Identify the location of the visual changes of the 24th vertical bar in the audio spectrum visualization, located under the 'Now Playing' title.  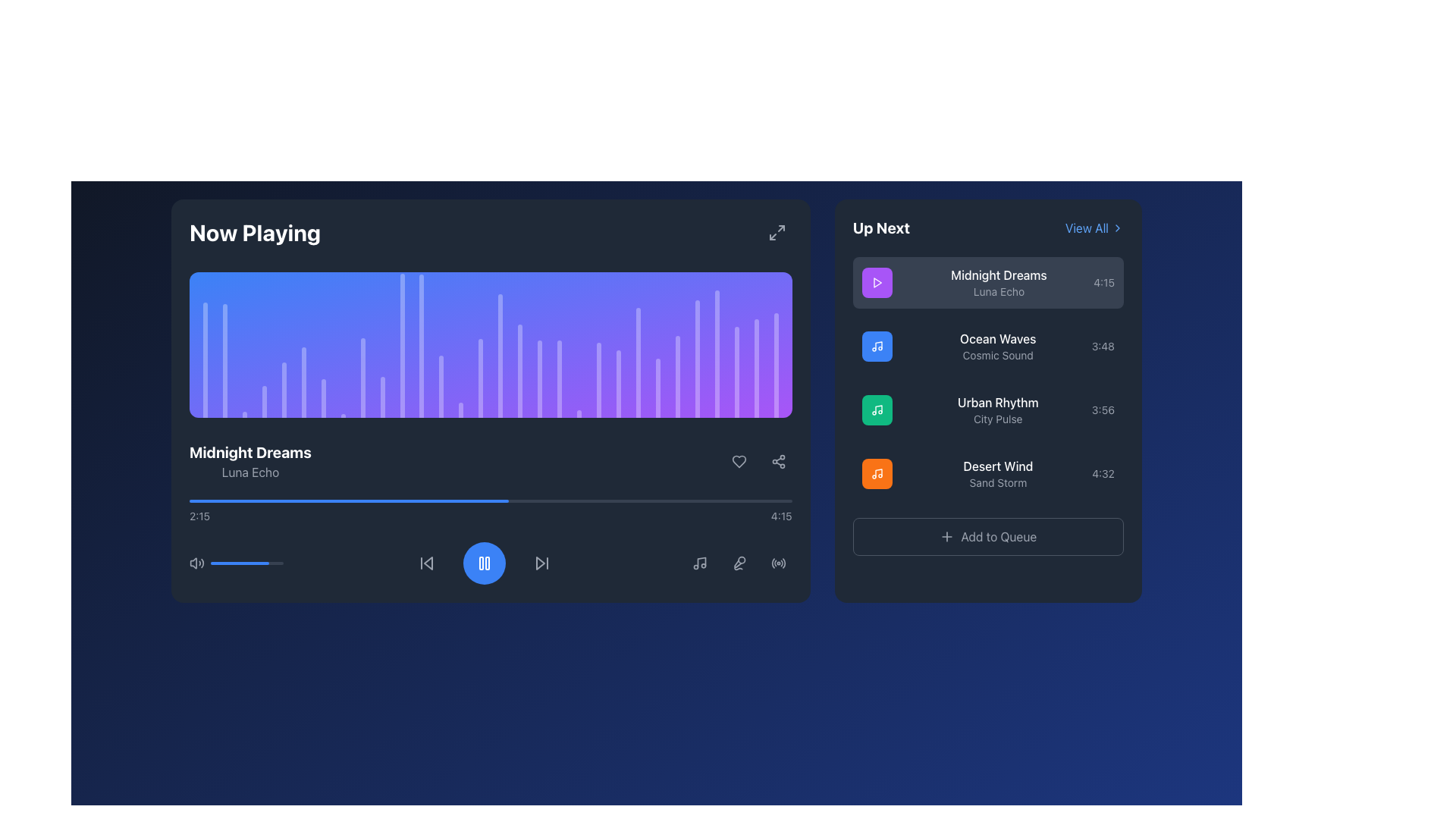
(676, 376).